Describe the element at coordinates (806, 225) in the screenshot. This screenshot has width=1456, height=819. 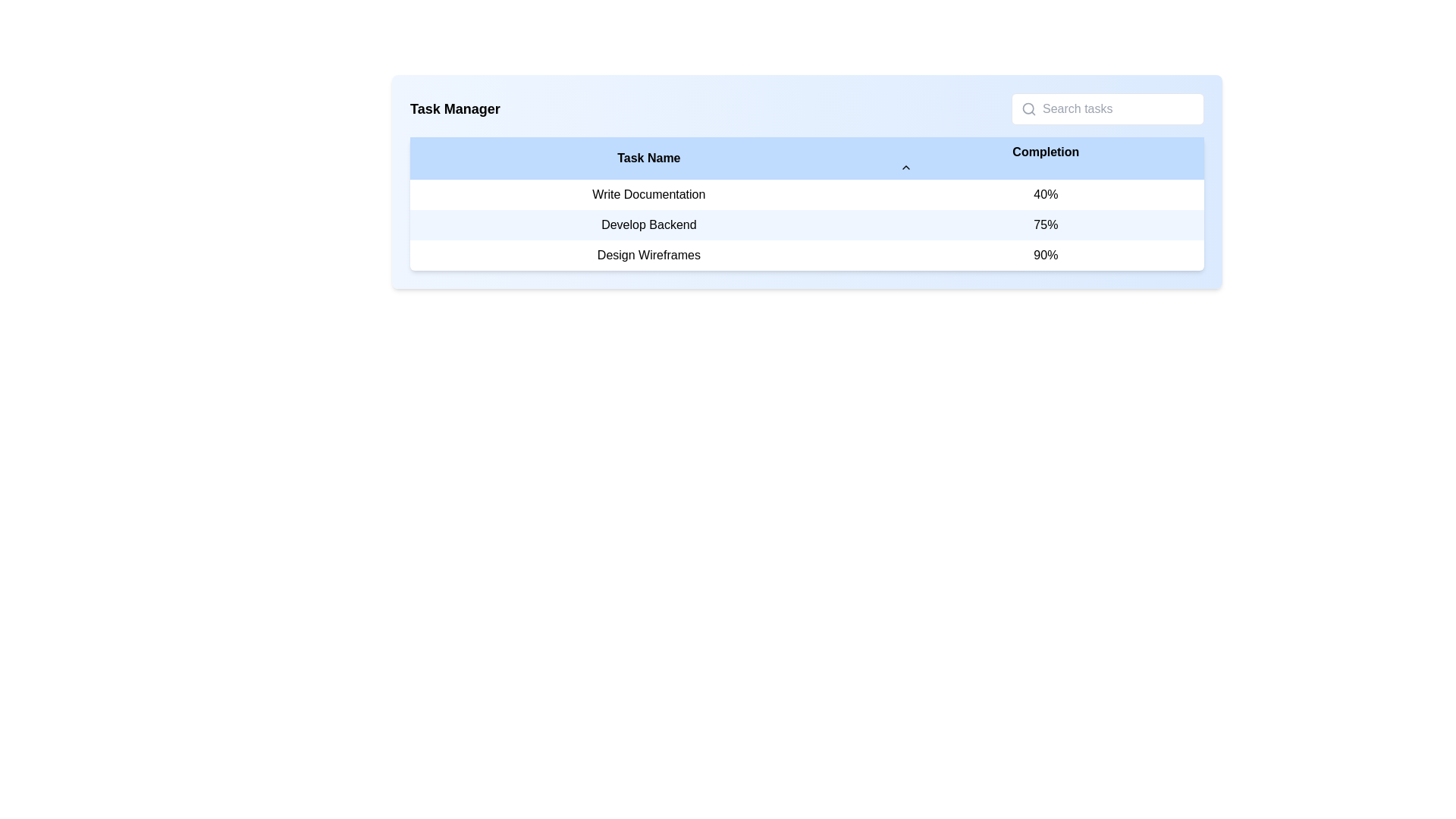
I see `on the second row of the table with a light blue background that contains the task 'Develop Backend' and its completion status '75%'` at that location.